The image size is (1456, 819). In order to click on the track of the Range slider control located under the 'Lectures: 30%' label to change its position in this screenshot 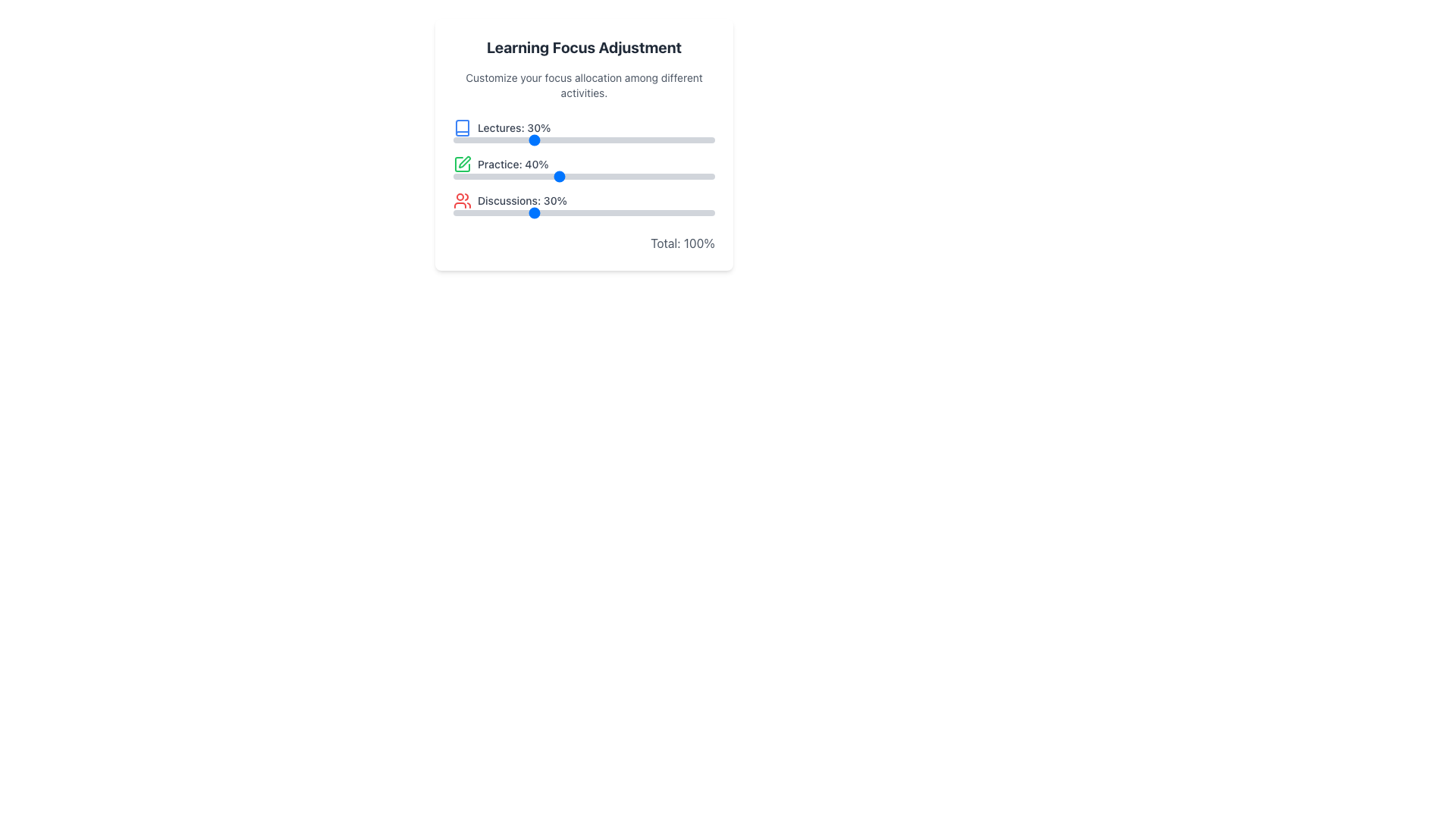, I will do `click(583, 140)`.